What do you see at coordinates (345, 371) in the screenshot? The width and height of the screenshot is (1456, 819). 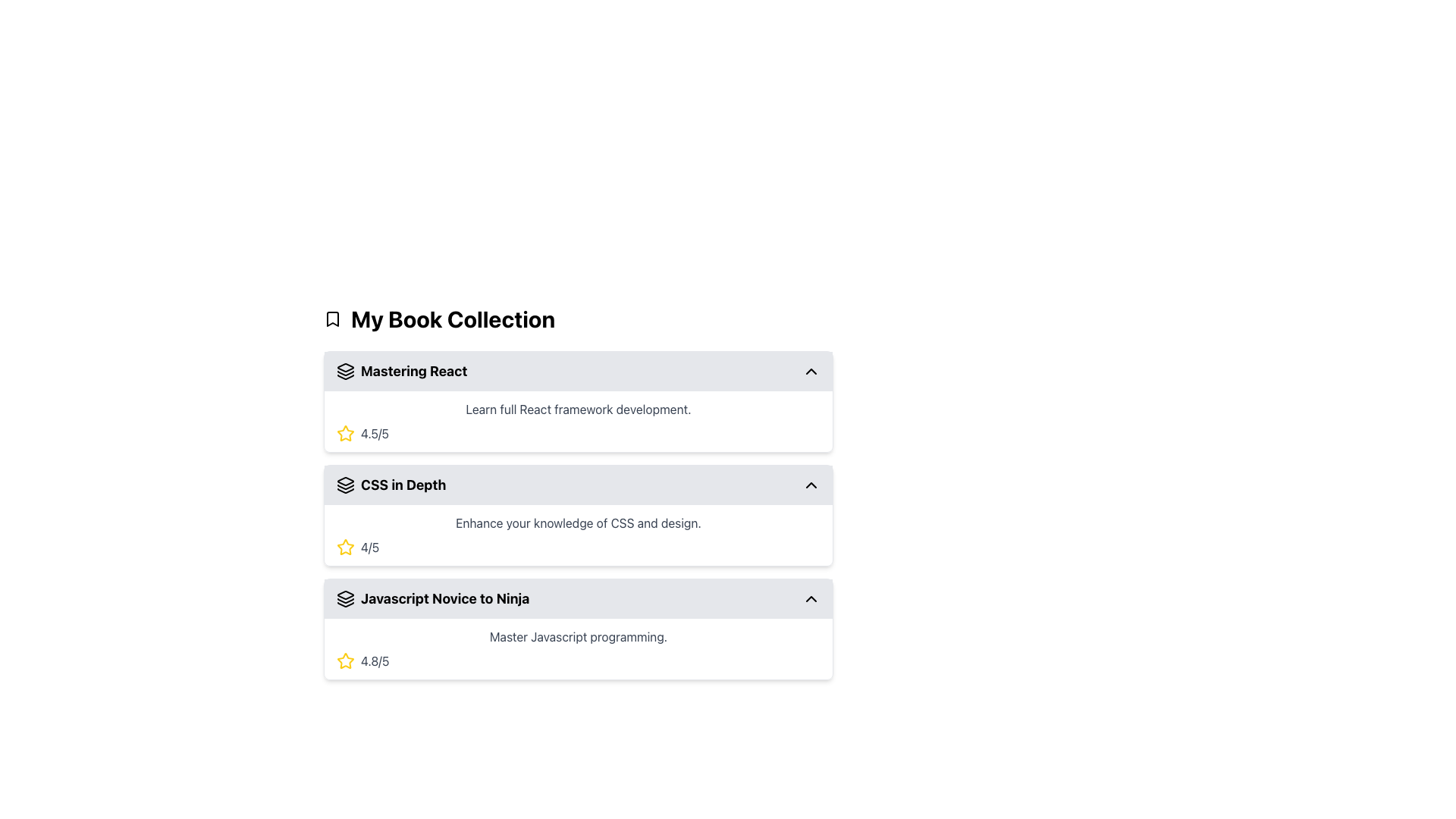 I see `the icon representing the topic 'Mastering React' located to the immediate left of the 'Mastering React' text` at bounding box center [345, 371].